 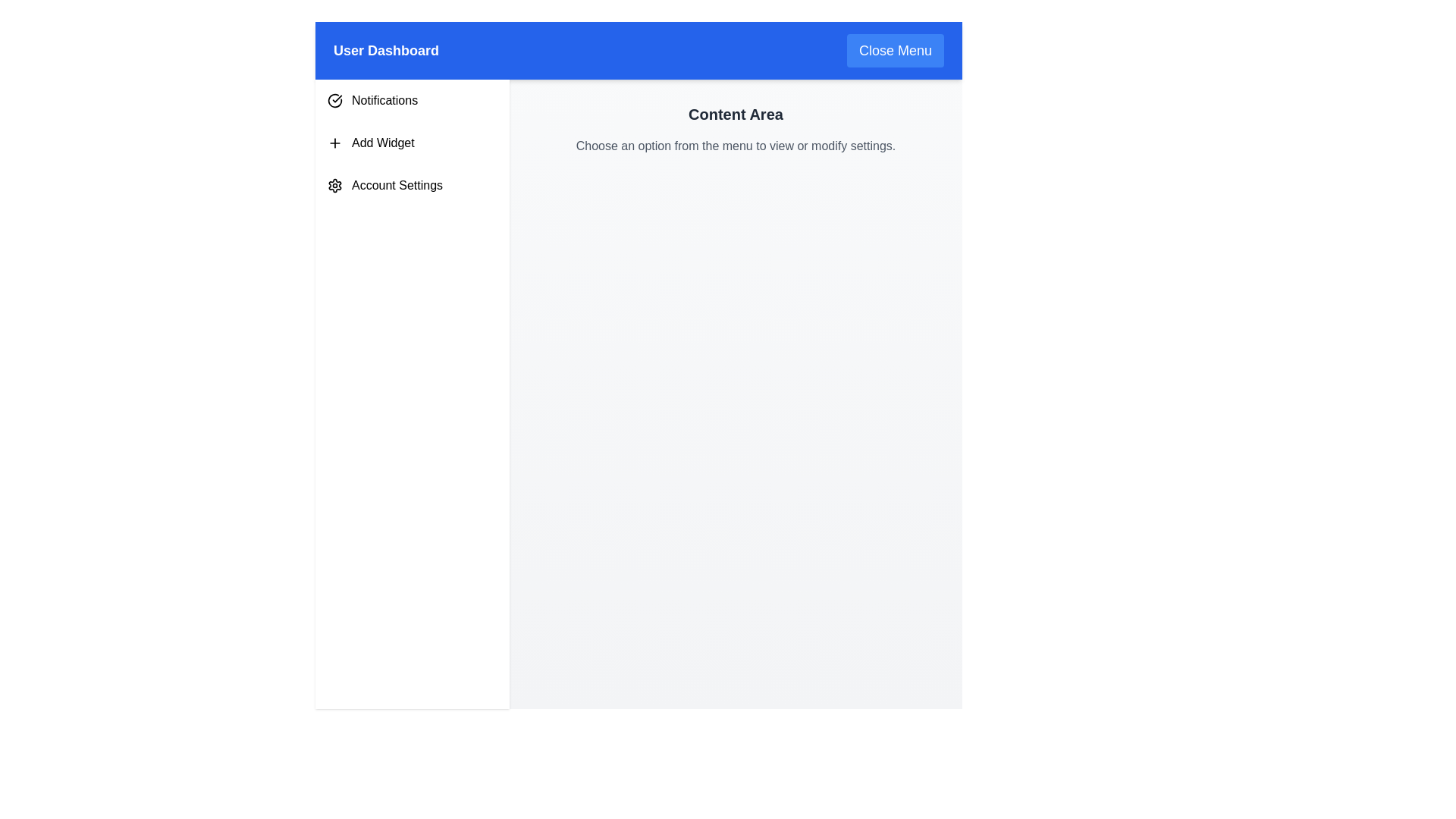 I want to click on the first icon in the navigation menu that indicates the active state of the 'Notifications' option, so click(x=334, y=100).